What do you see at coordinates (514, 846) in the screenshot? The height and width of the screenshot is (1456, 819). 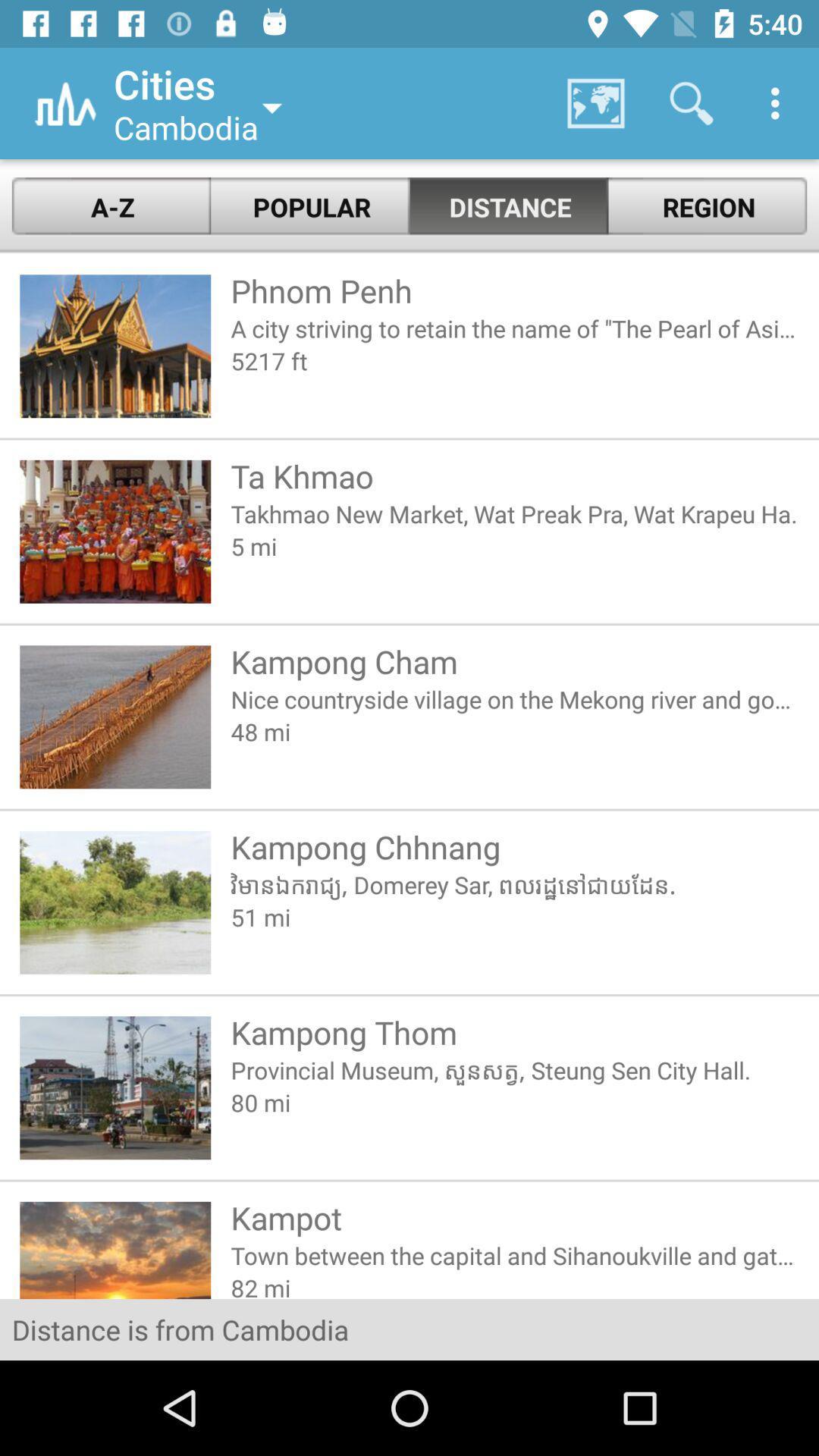 I see `the kampong chhnang` at bounding box center [514, 846].